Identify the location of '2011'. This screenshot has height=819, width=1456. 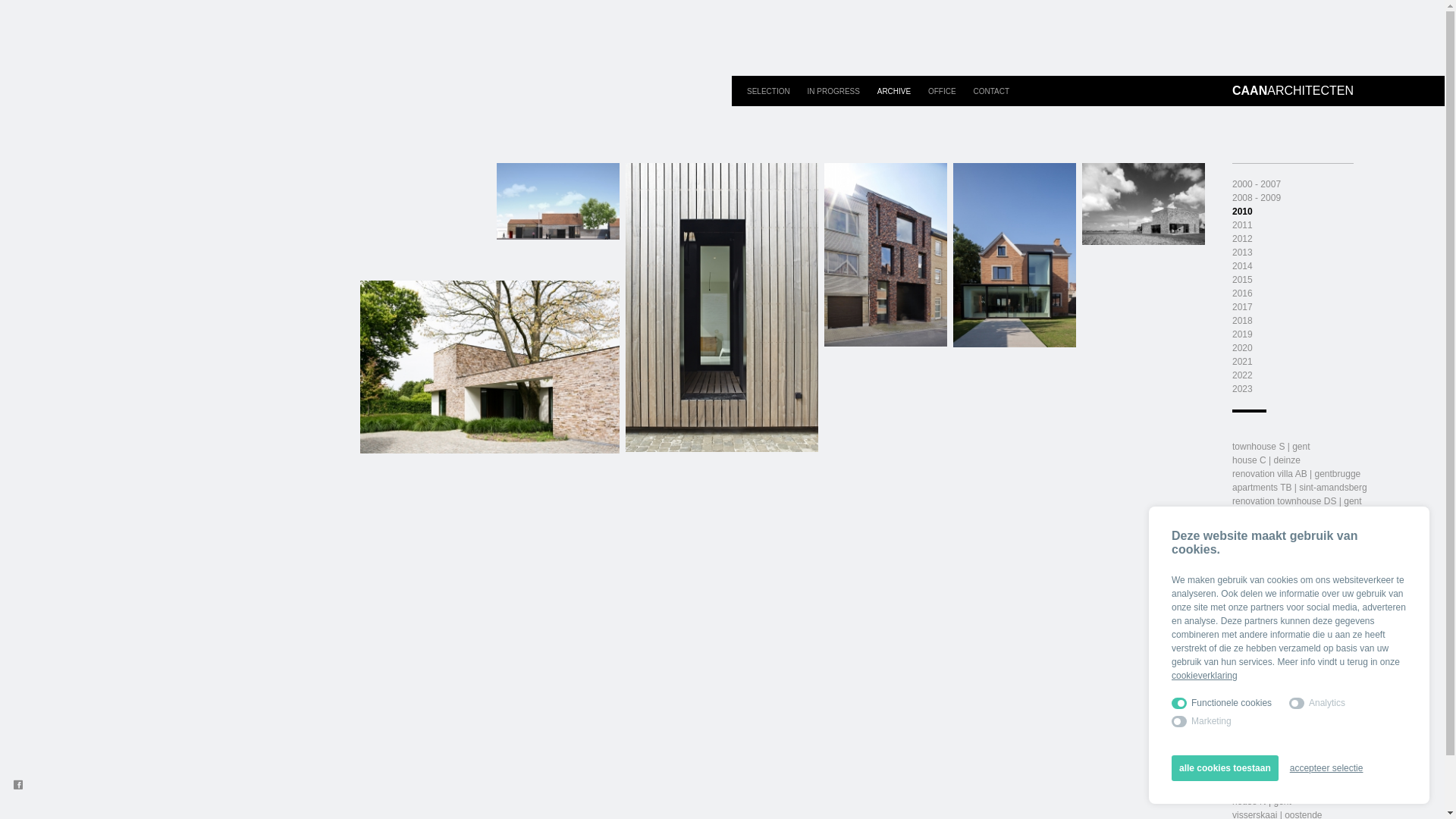
(1242, 225).